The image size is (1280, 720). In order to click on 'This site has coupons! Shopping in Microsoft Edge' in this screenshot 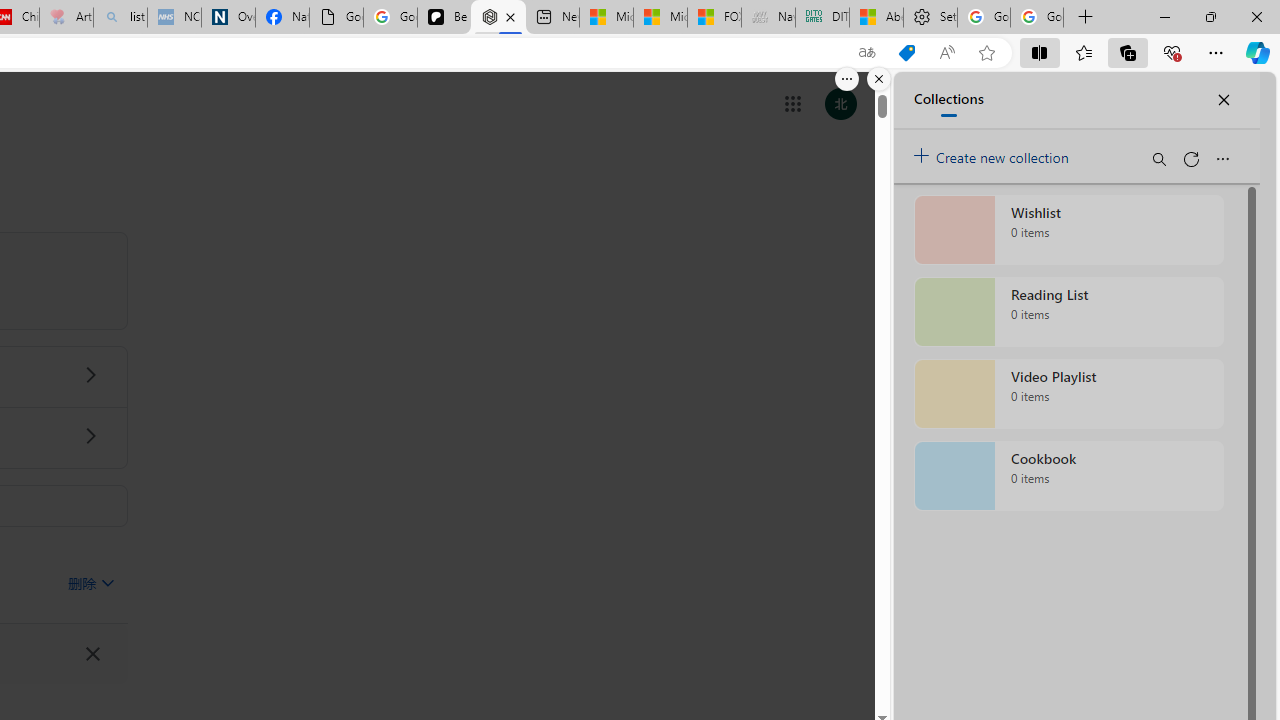, I will do `click(905, 52)`.